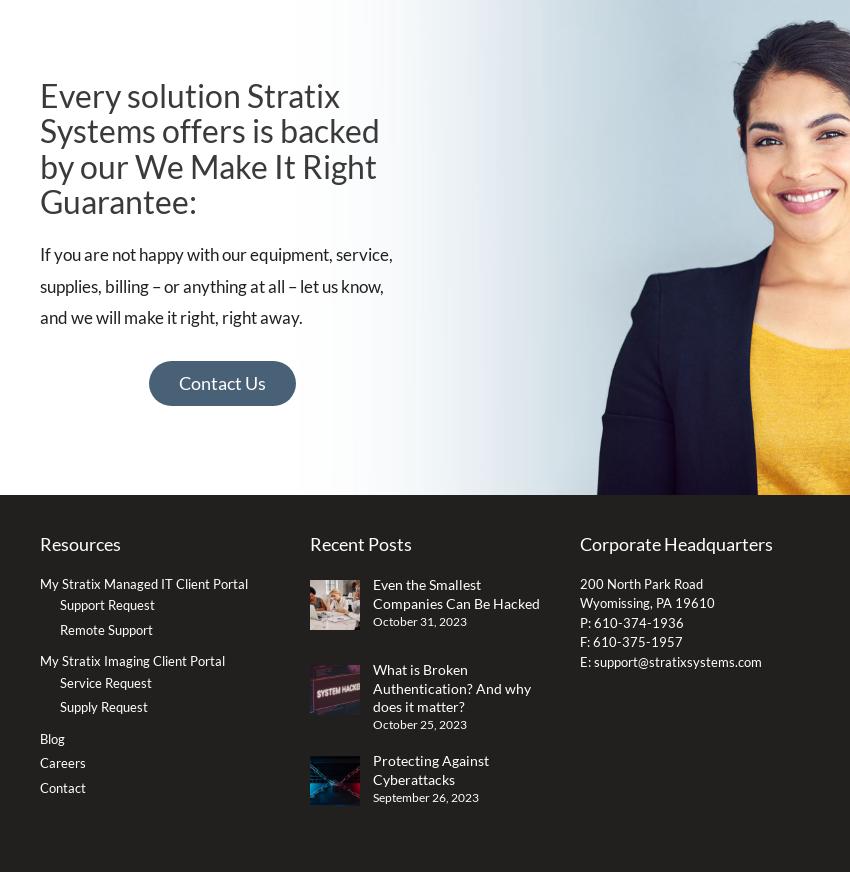 Image resolution: width=850 pixels, height=872 pixels. What do you see at coordinates (143, 583) in the screenshot?
I see `'My Stratix Managed IT Client Portal'` at bounding box center [143, 583].